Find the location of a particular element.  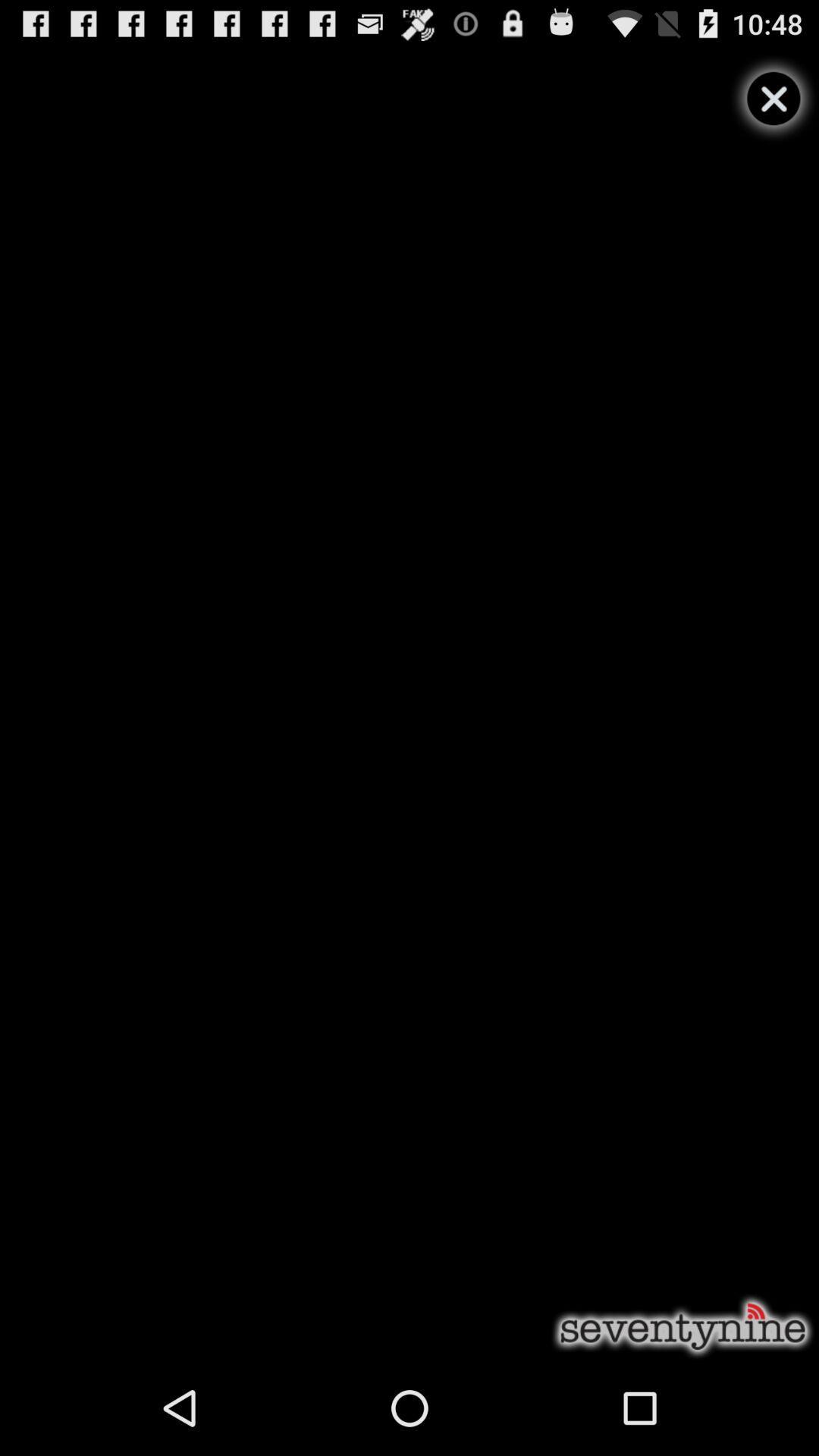

cancel is located at coordinates (773, 98).